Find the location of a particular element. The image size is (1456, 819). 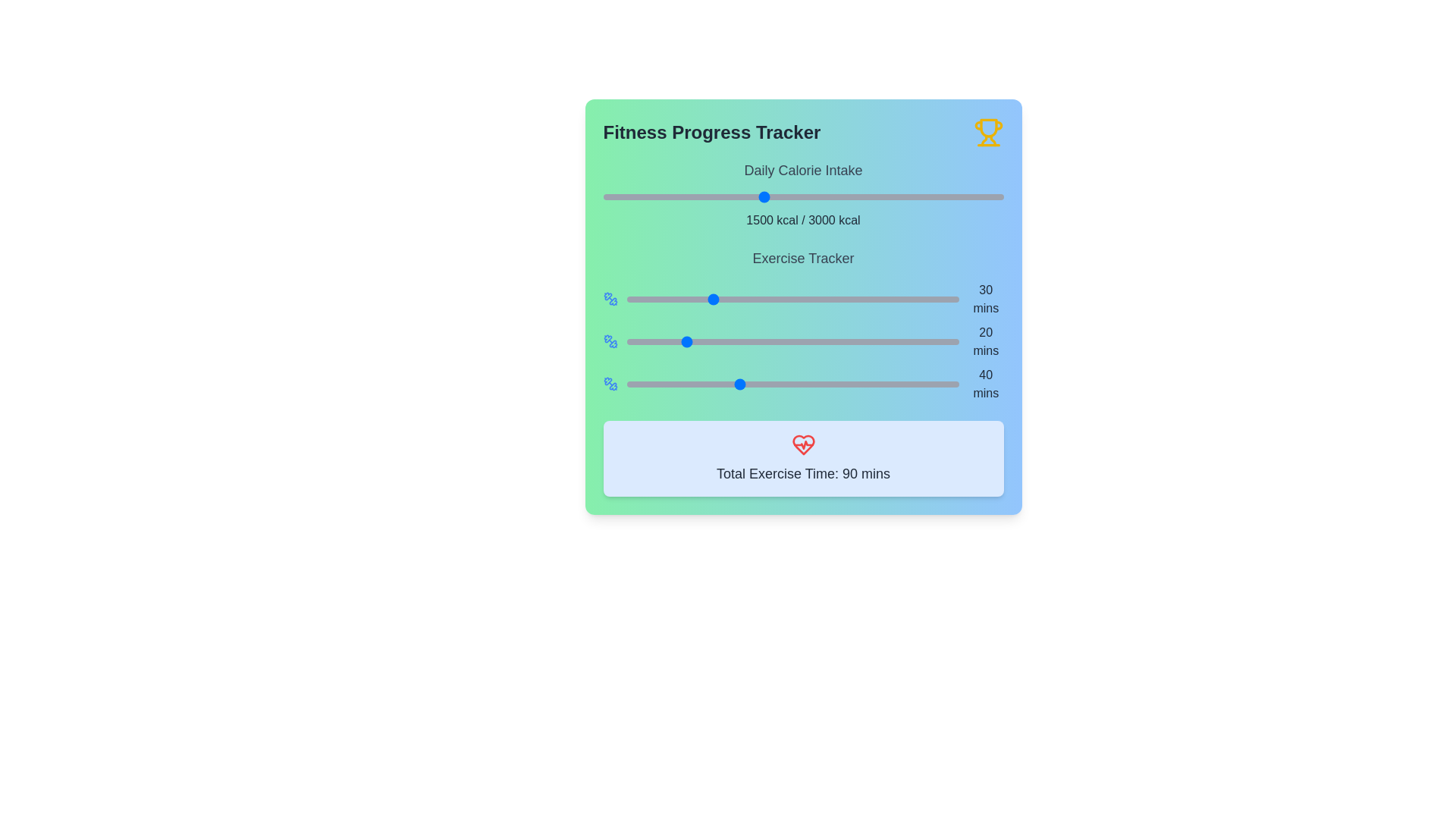

daily calorie intake is located at coordinates (739, 196).